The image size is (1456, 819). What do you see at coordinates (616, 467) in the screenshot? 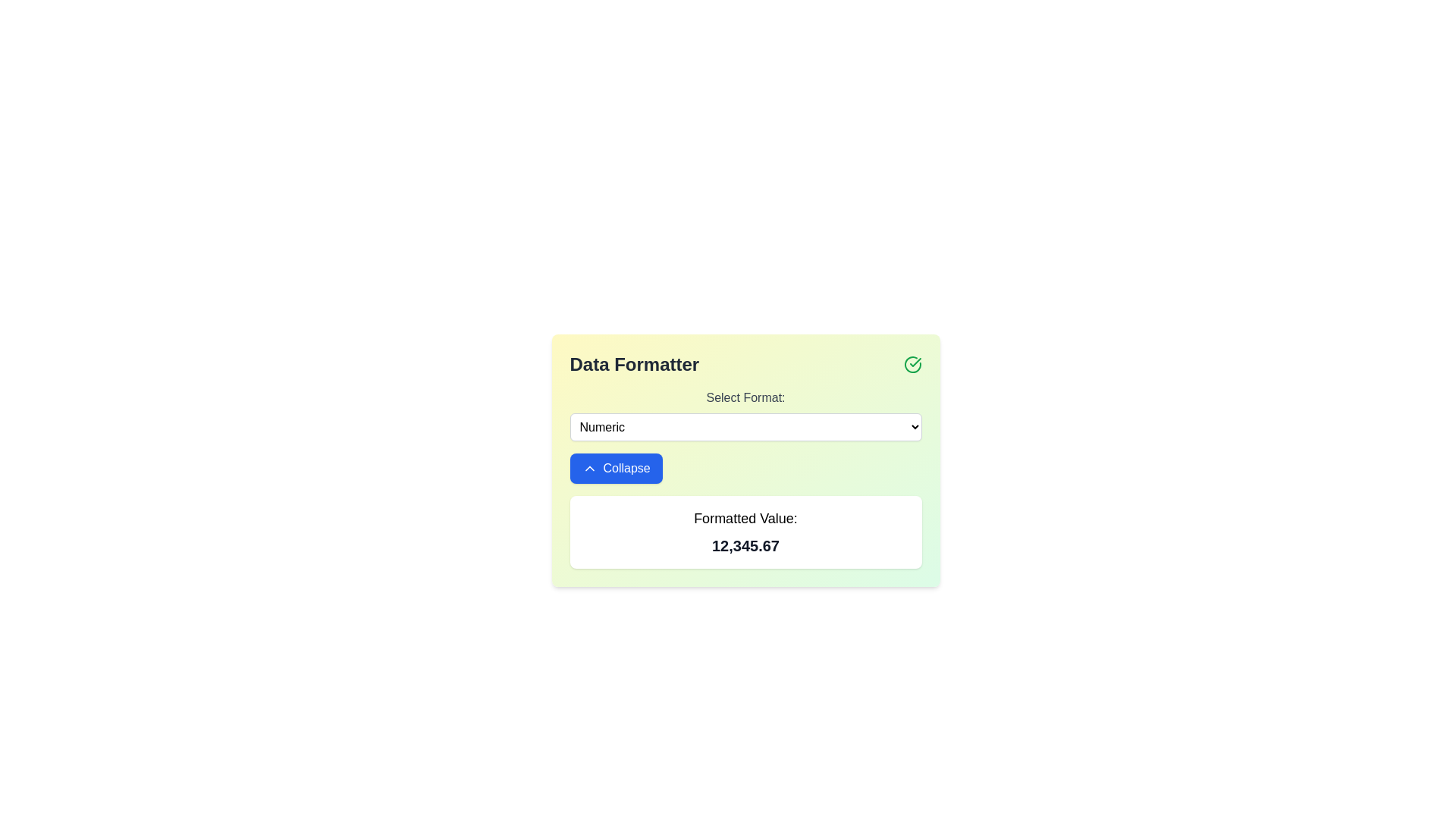
I see `the 'Collapse' button, which is a rectangular button with a blue background and white text, located beneath the 'Select Format:' dropdown in the 'Data Formatter' panel` at bounding box center [616, 467].